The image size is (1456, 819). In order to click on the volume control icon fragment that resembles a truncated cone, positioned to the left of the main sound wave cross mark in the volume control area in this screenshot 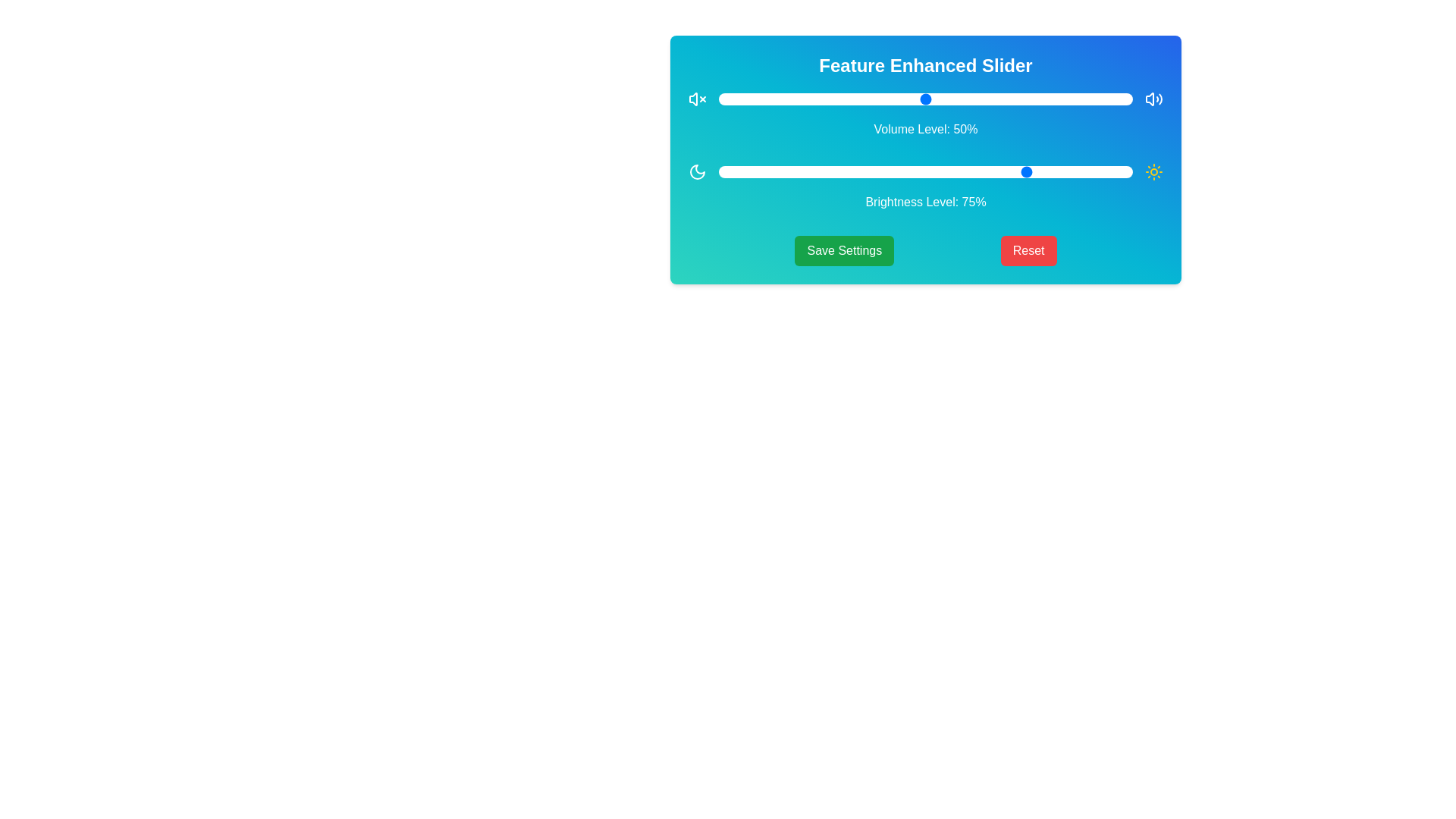, I will do `click(692, 99)`.